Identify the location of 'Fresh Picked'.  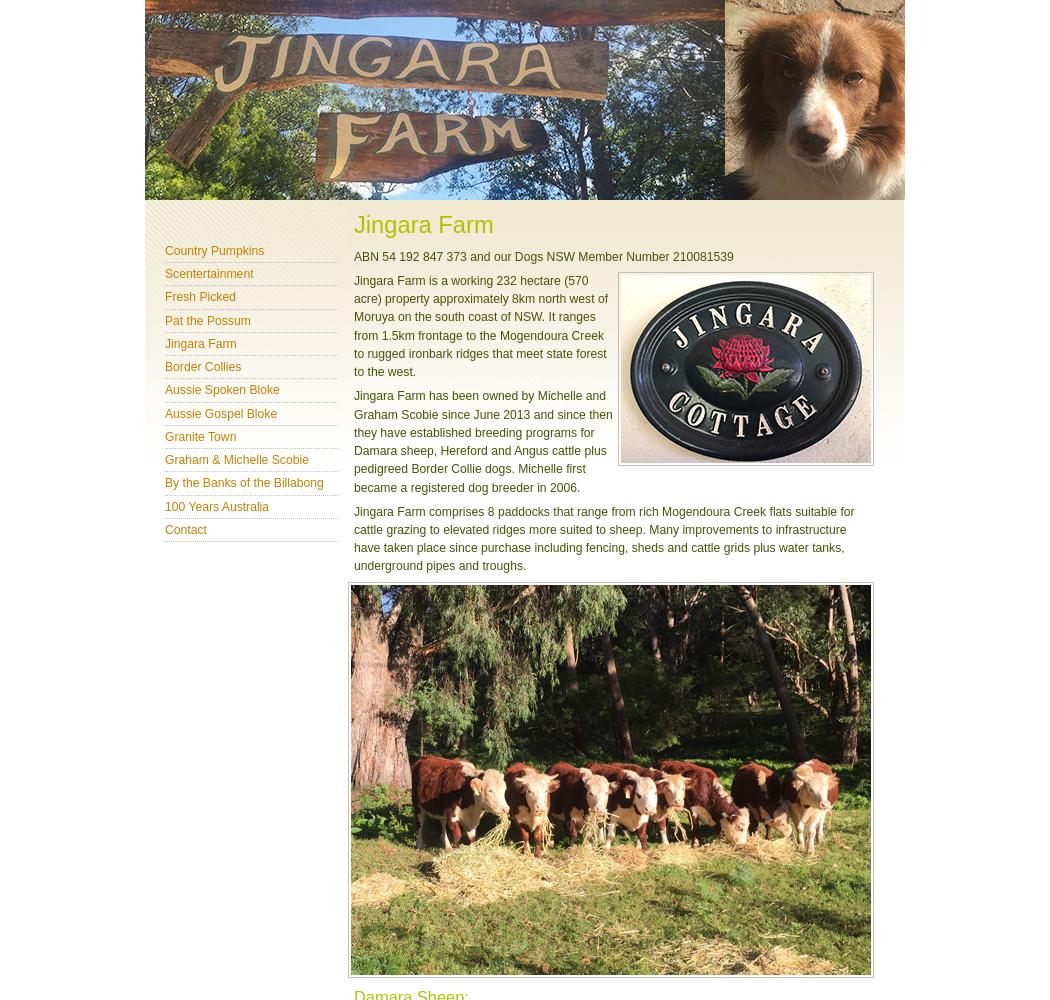
(199, 297).